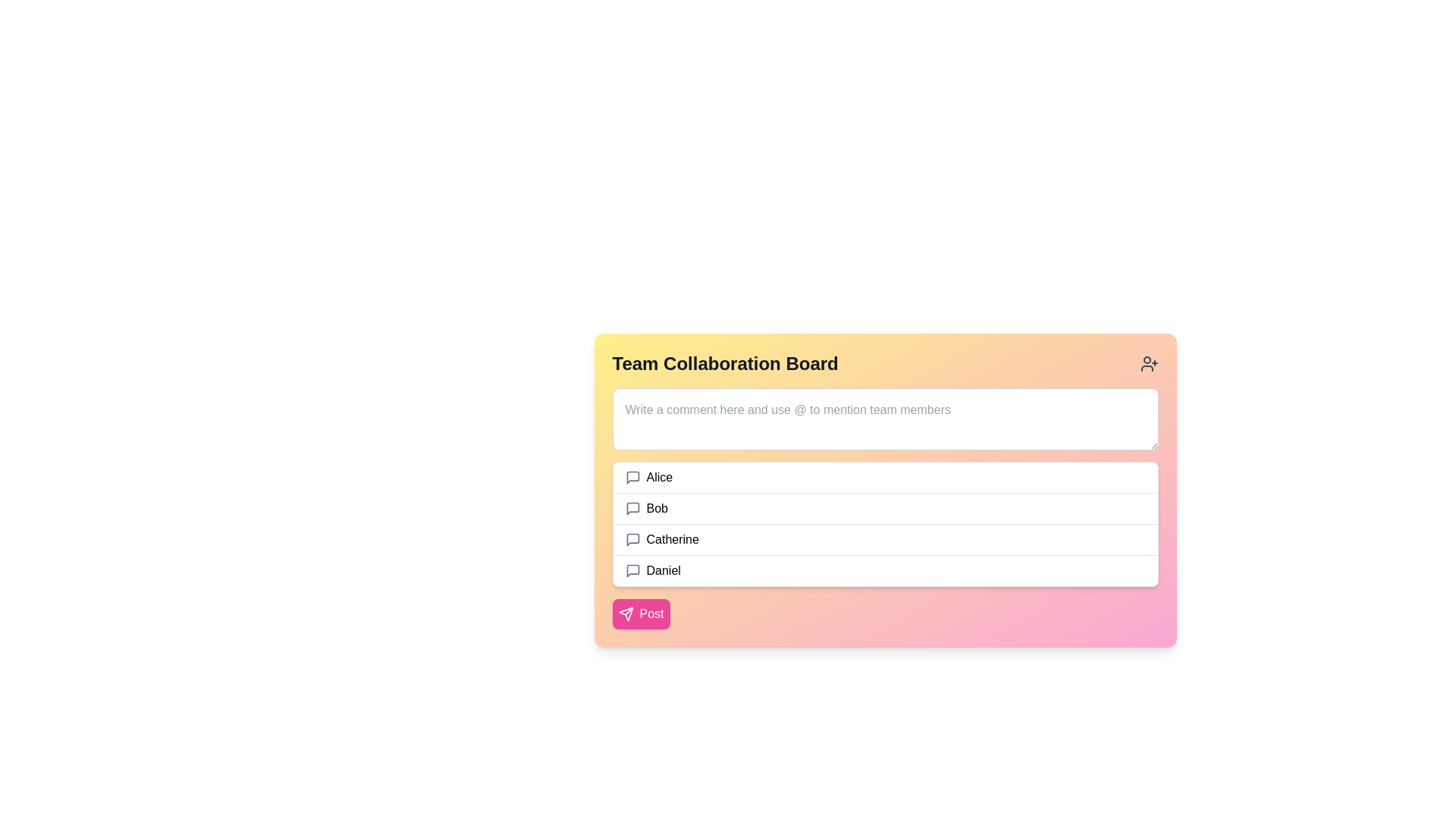  I want to click on the comment icon next to the name 'Bob' in the 'Team Collaboration Board' section, so click(632, 509).